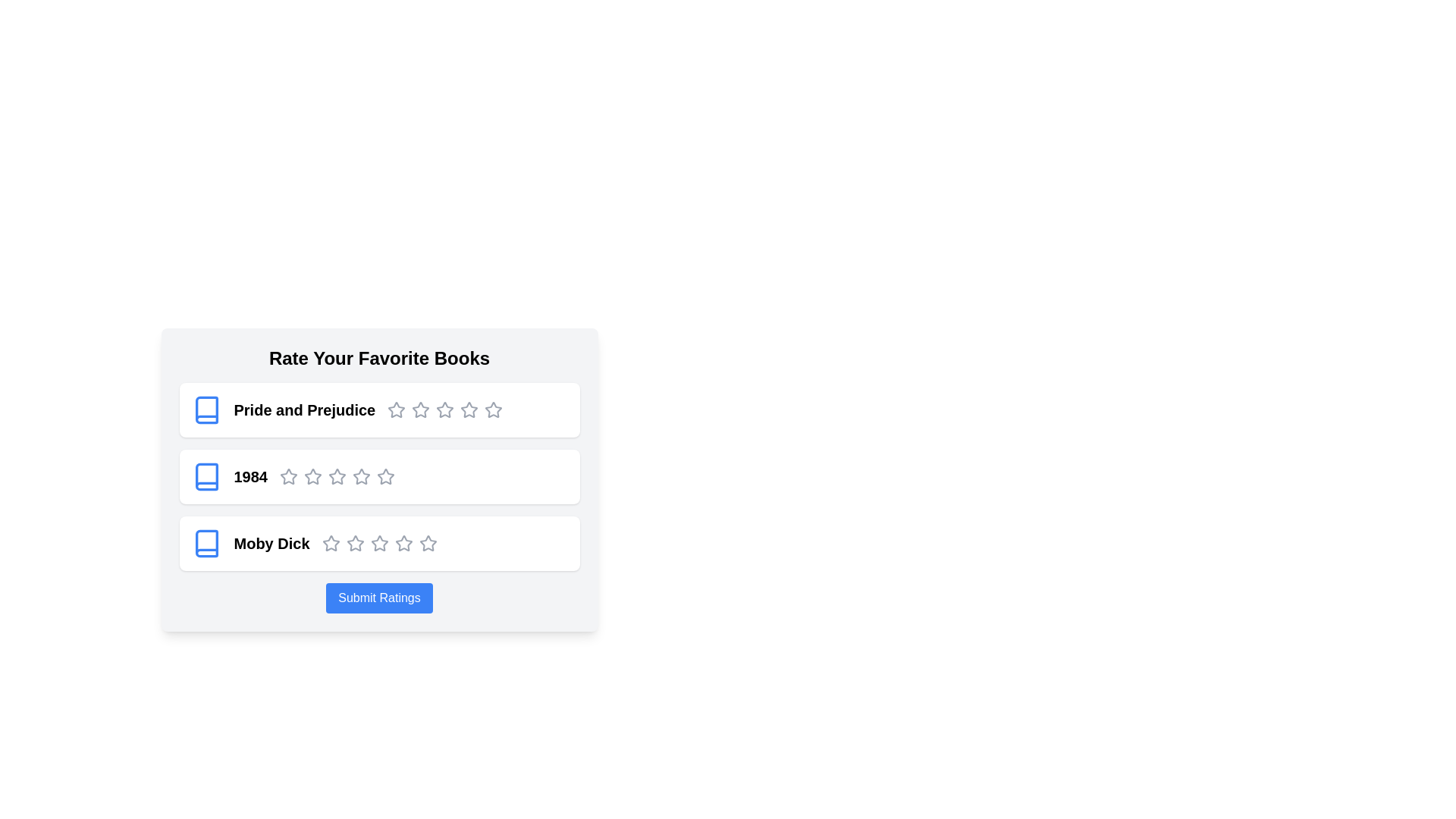 This screenshot has width=1456, height=819. I want to click on the star icons for the book 'Moby Dick' to indicate their interactivity, so click(330, 543).